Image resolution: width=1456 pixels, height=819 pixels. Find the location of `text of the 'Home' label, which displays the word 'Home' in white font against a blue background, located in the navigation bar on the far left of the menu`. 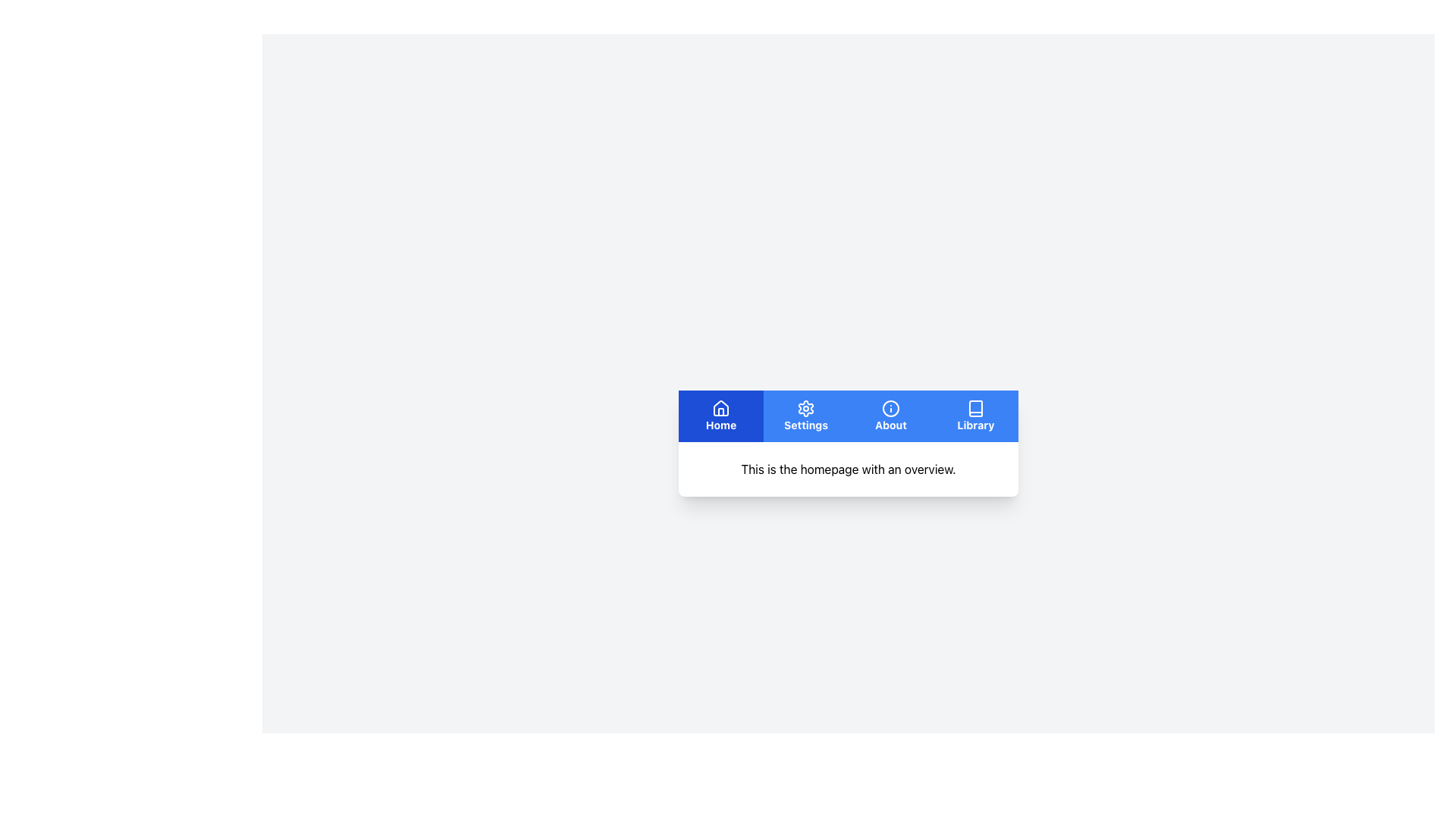

text of the 'Home' label, which displays the word 'Home' in white font against a blue background, located in the navigation bar on the far left of the menu is located at coordinates (720, 425).